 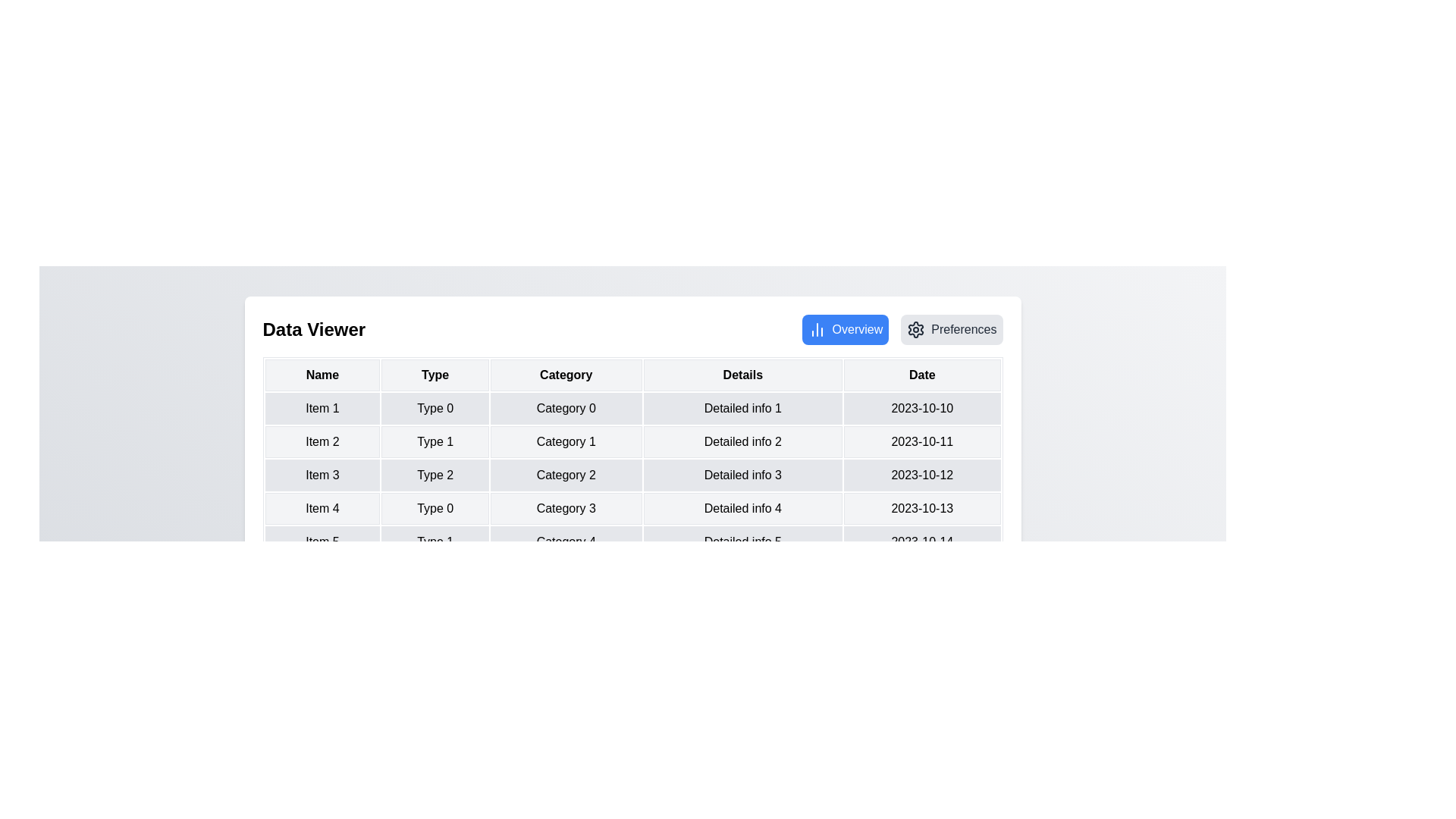 I want to click on the column header Details to explore sorting options, so click(x=742, y=375).